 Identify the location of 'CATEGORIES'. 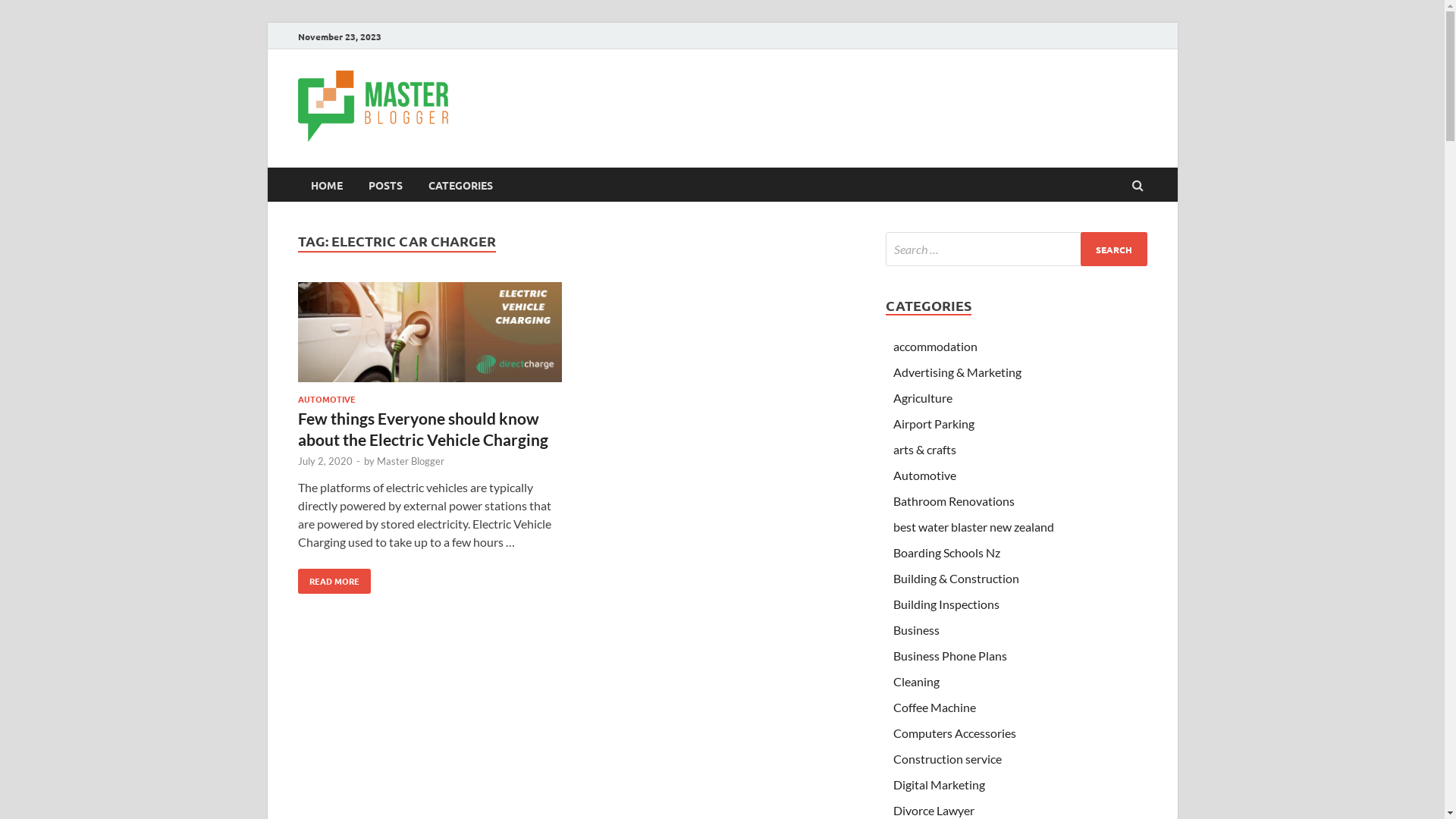
(415, 184).